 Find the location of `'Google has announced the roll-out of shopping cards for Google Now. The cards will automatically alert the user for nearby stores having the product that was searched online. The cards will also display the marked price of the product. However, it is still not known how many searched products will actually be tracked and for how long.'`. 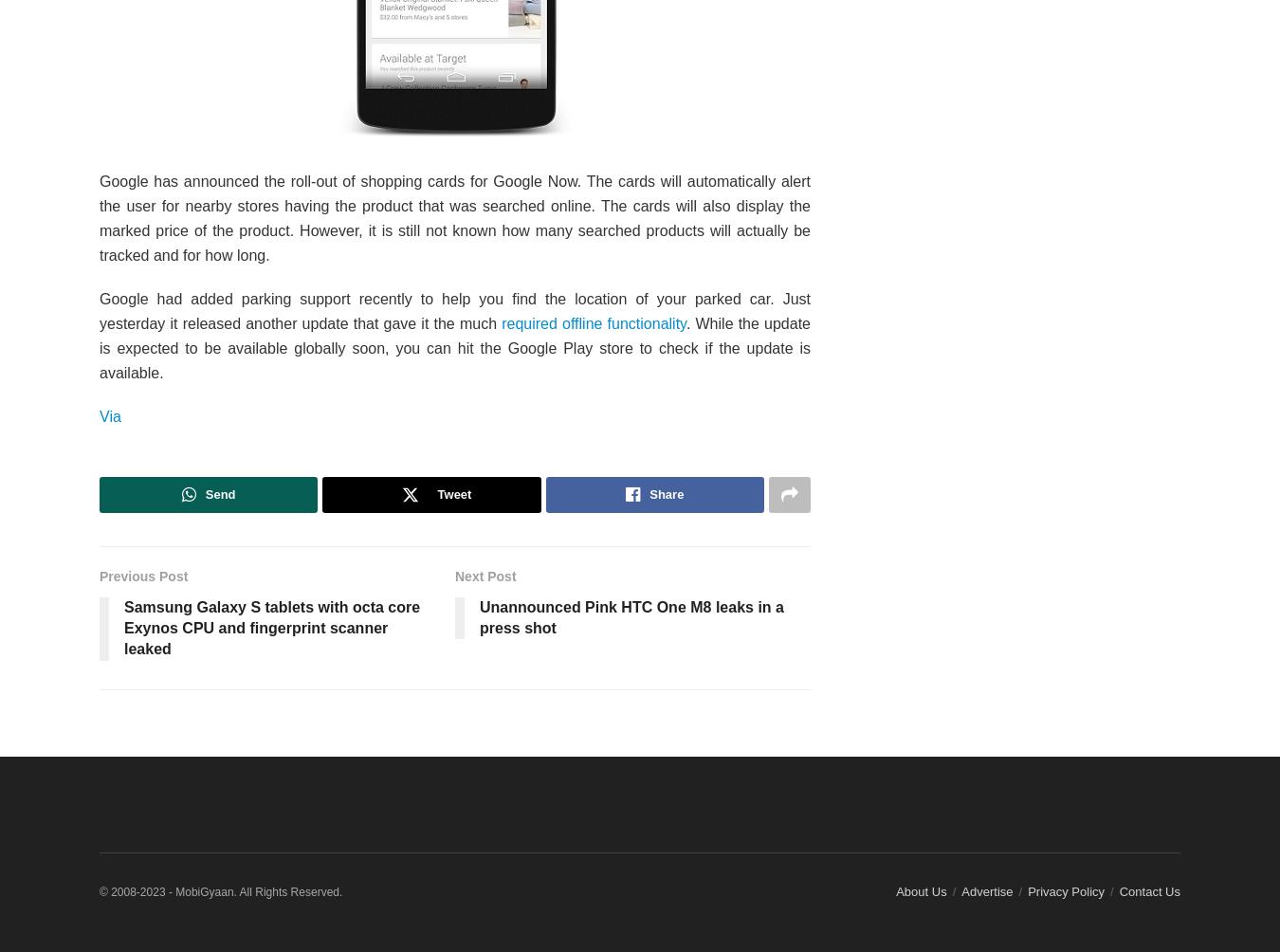

'Google has announced the roll-out of shopping cards for Google Now. The cards will automatically alert the user for nearby stores having the product that was searched online. The cards will also display the marked price of the product. However, it is still not known how many searched products will actually be tracked and for how long.' is located at coordinates (454, 217).